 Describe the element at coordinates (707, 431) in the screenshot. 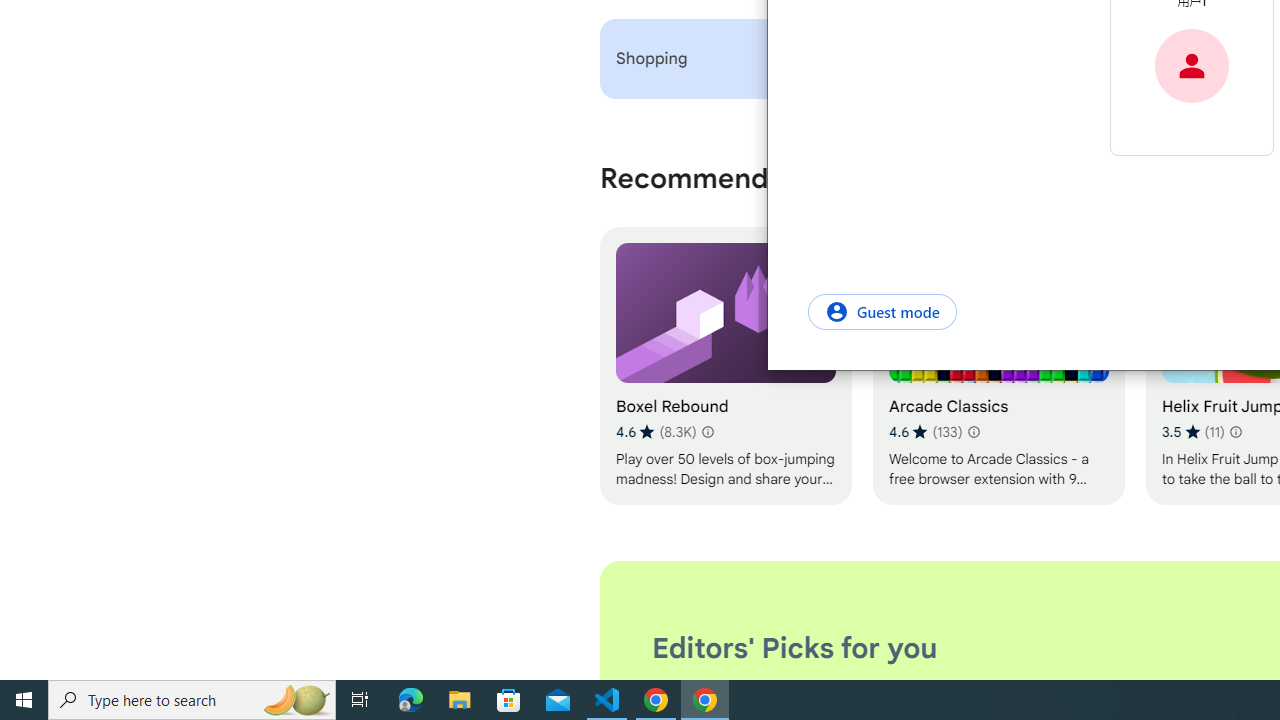

I see `'Learn more about results and reviews "Boxel Rebound"'` at that location.